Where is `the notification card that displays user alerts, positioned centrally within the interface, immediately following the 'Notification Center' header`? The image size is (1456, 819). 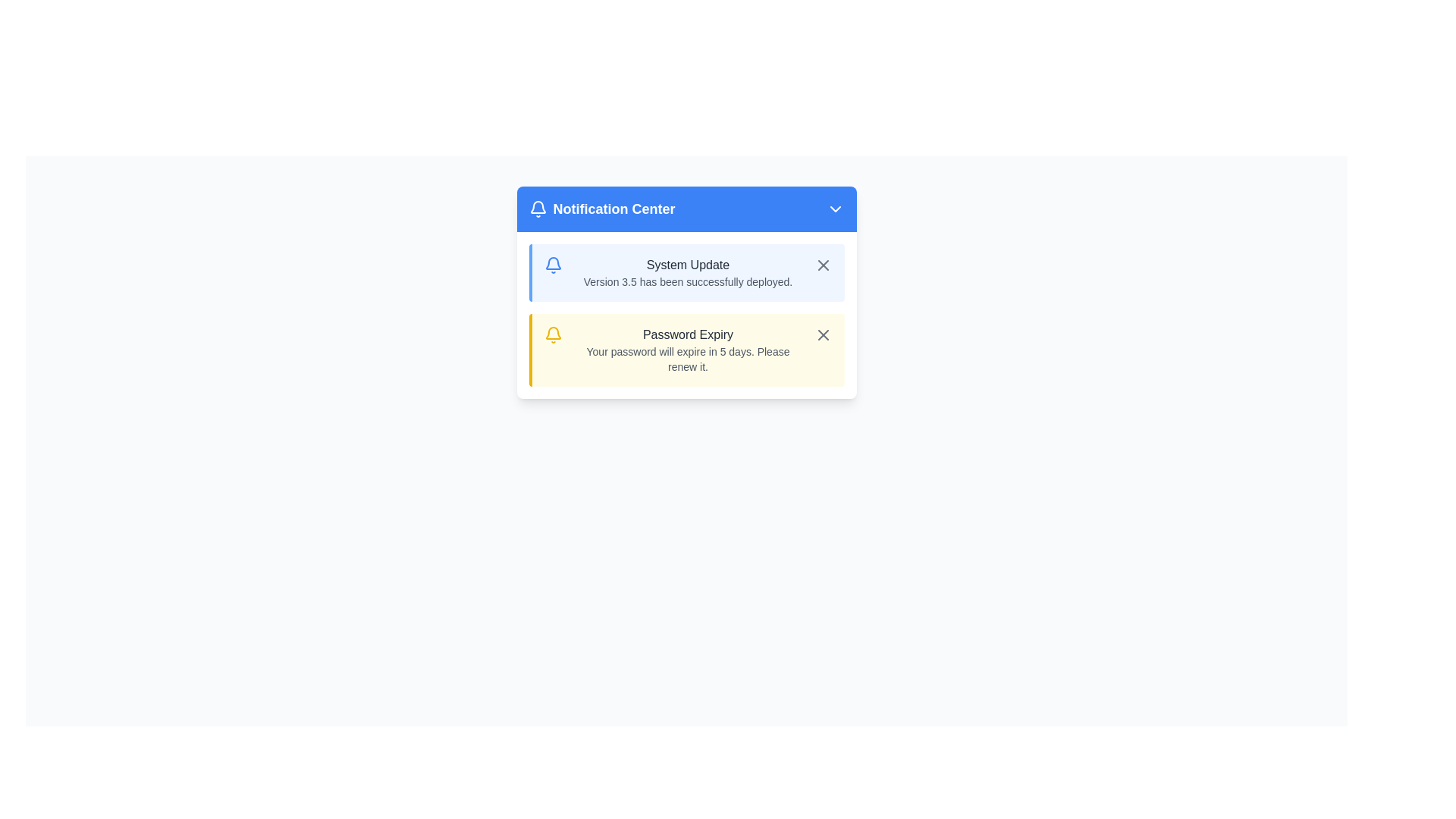
the notification card that displays user alerts, positioned centrally within the interface, immediately following the 'Notification Center' header is located at coordinates (686, 292).